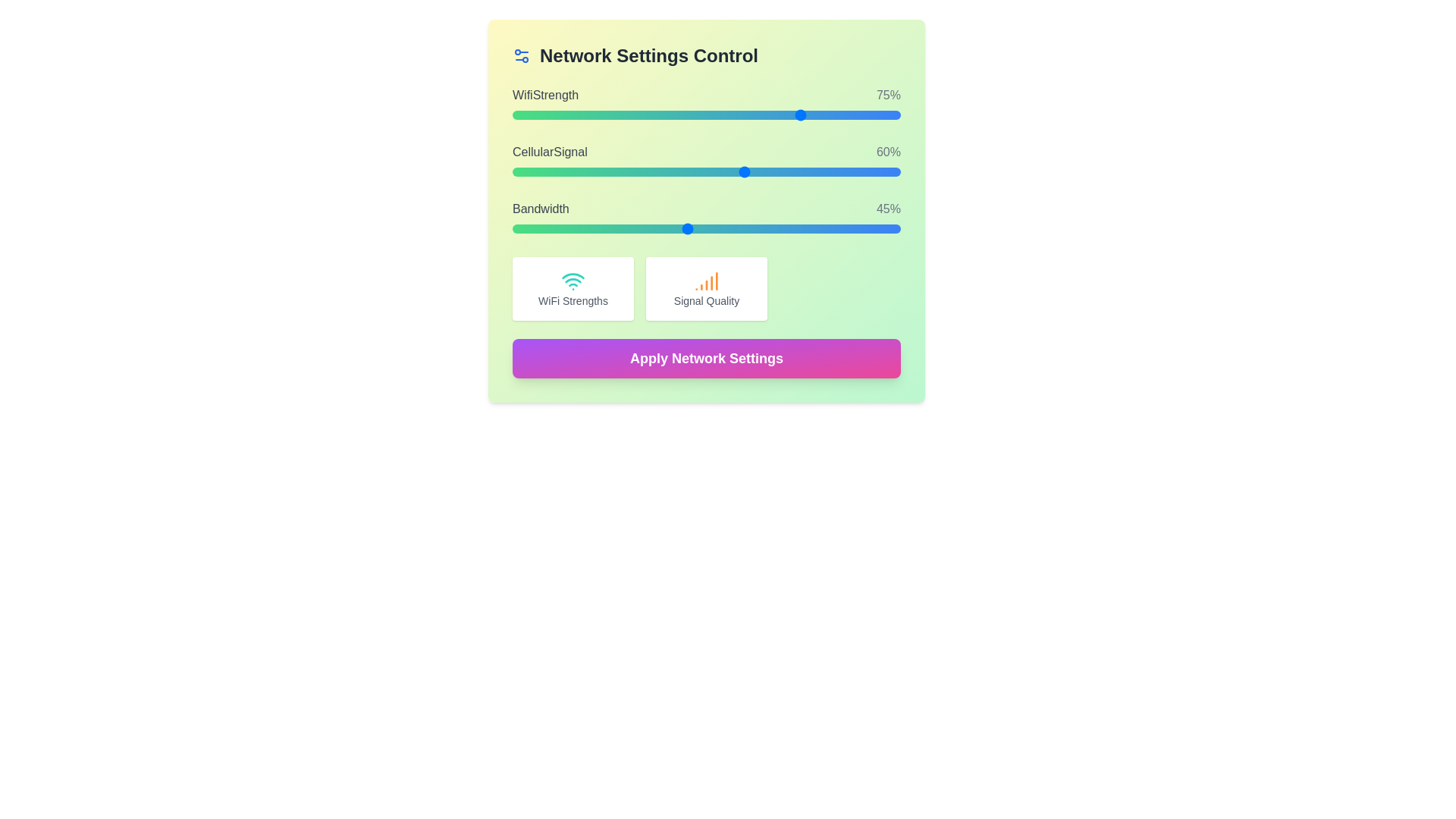 The image size is (1456, 819). Describe the element at coordinates (818, 228) in the screenshot. I see `the Bandwidth slider` at that location.